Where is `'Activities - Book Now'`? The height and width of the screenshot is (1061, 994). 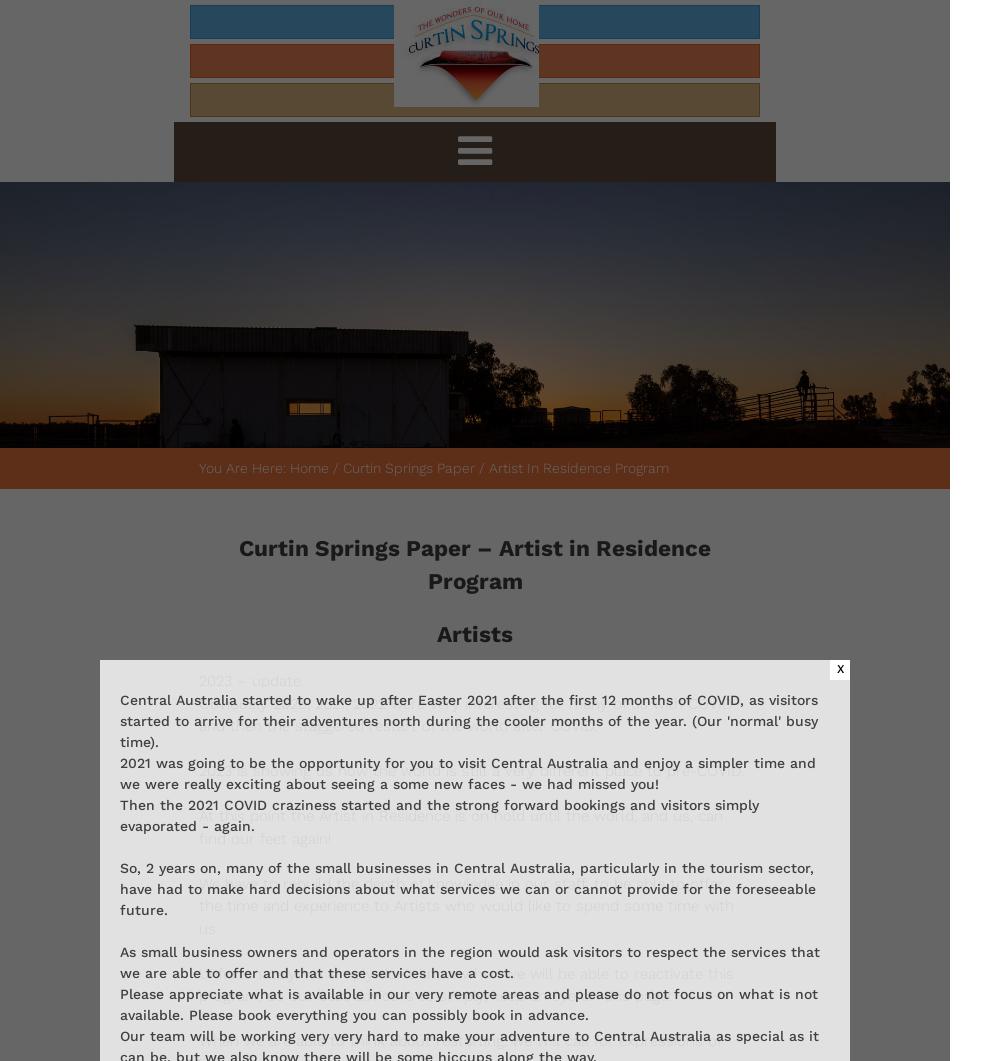 'Activities - Book Now' is located at coordinates (861, 61).